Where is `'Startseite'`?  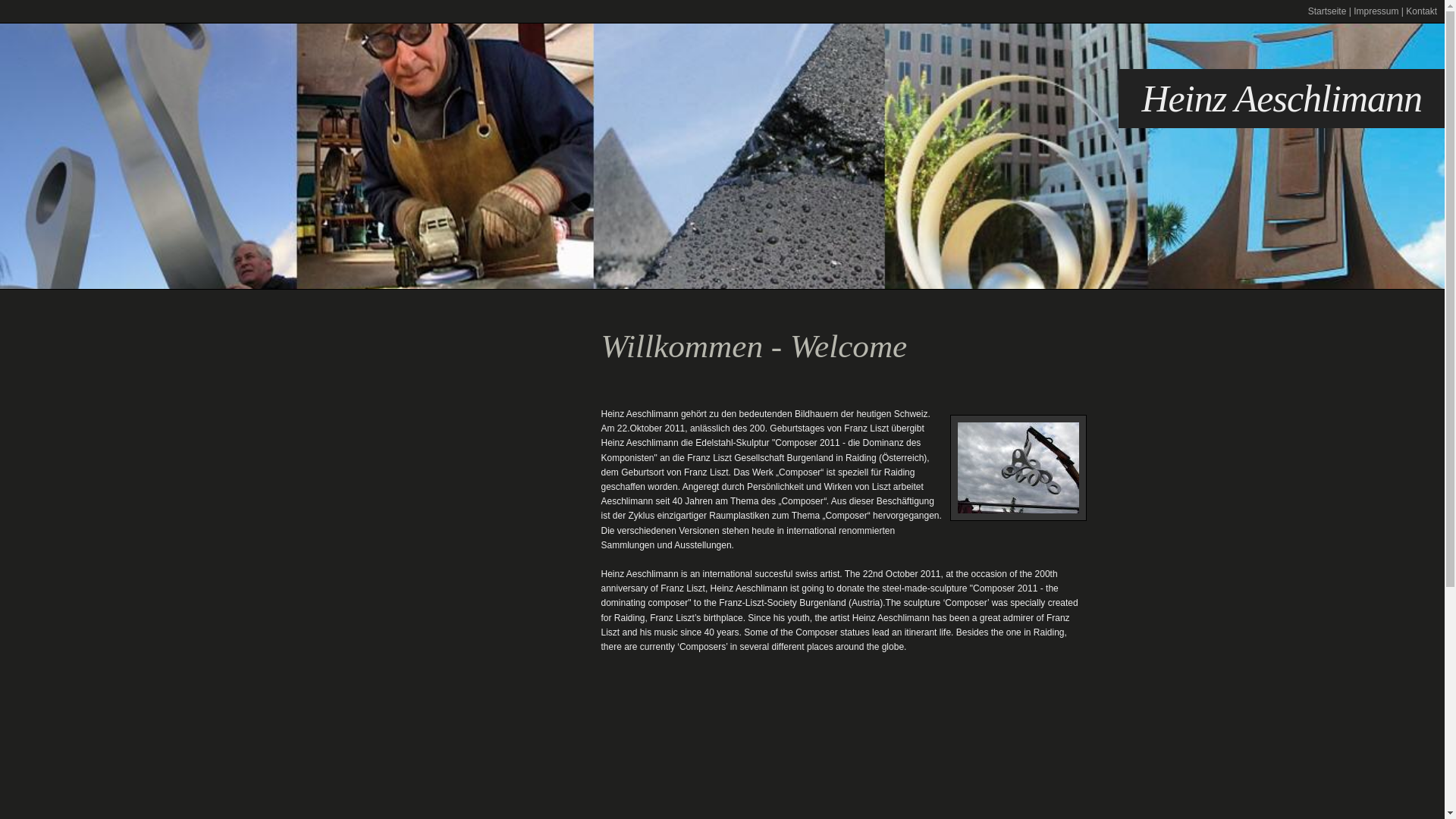 'Startseite' is located at coordinates (1326, 11).